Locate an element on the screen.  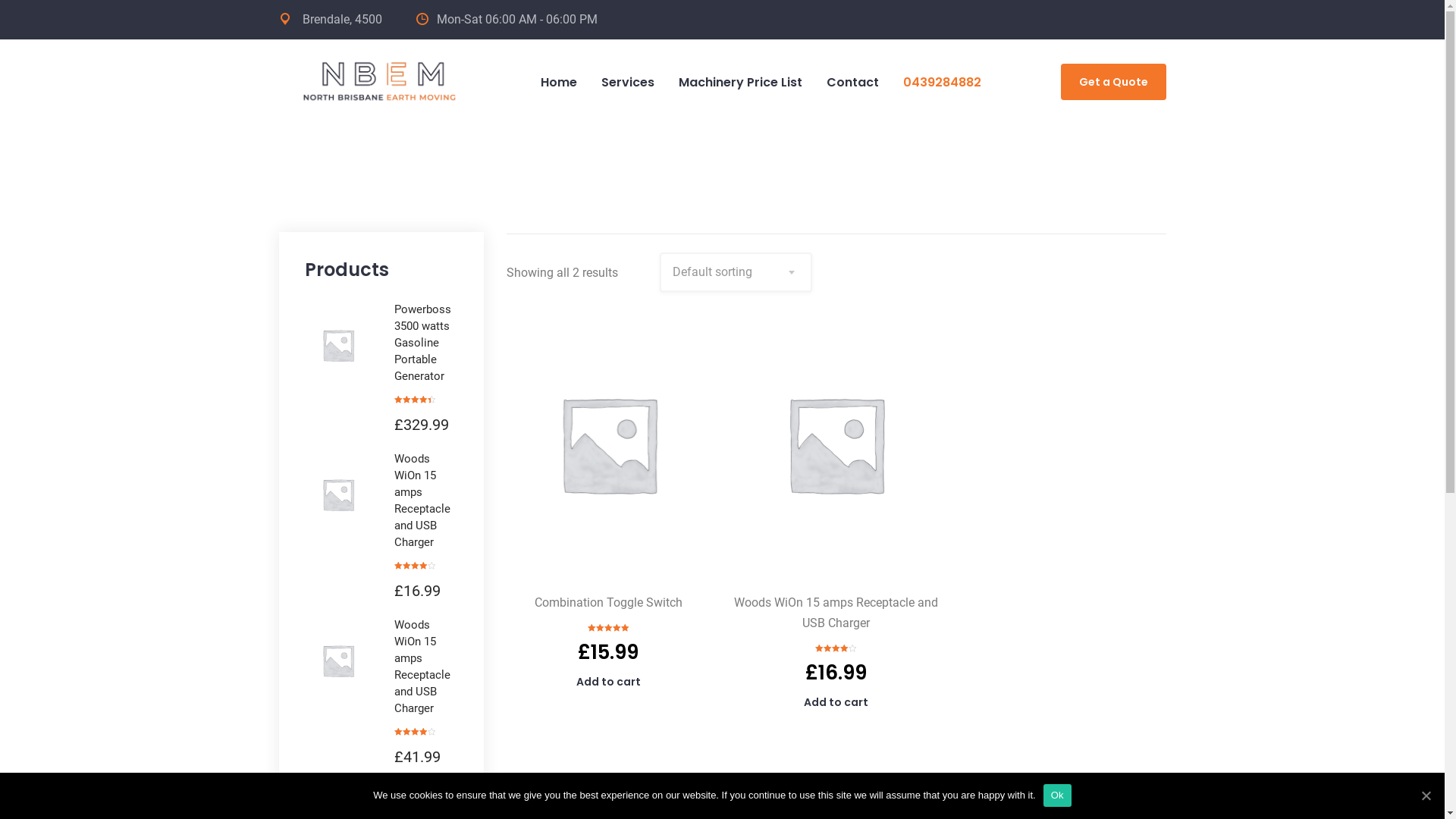
'Services' is located at coordinates (588, 82).